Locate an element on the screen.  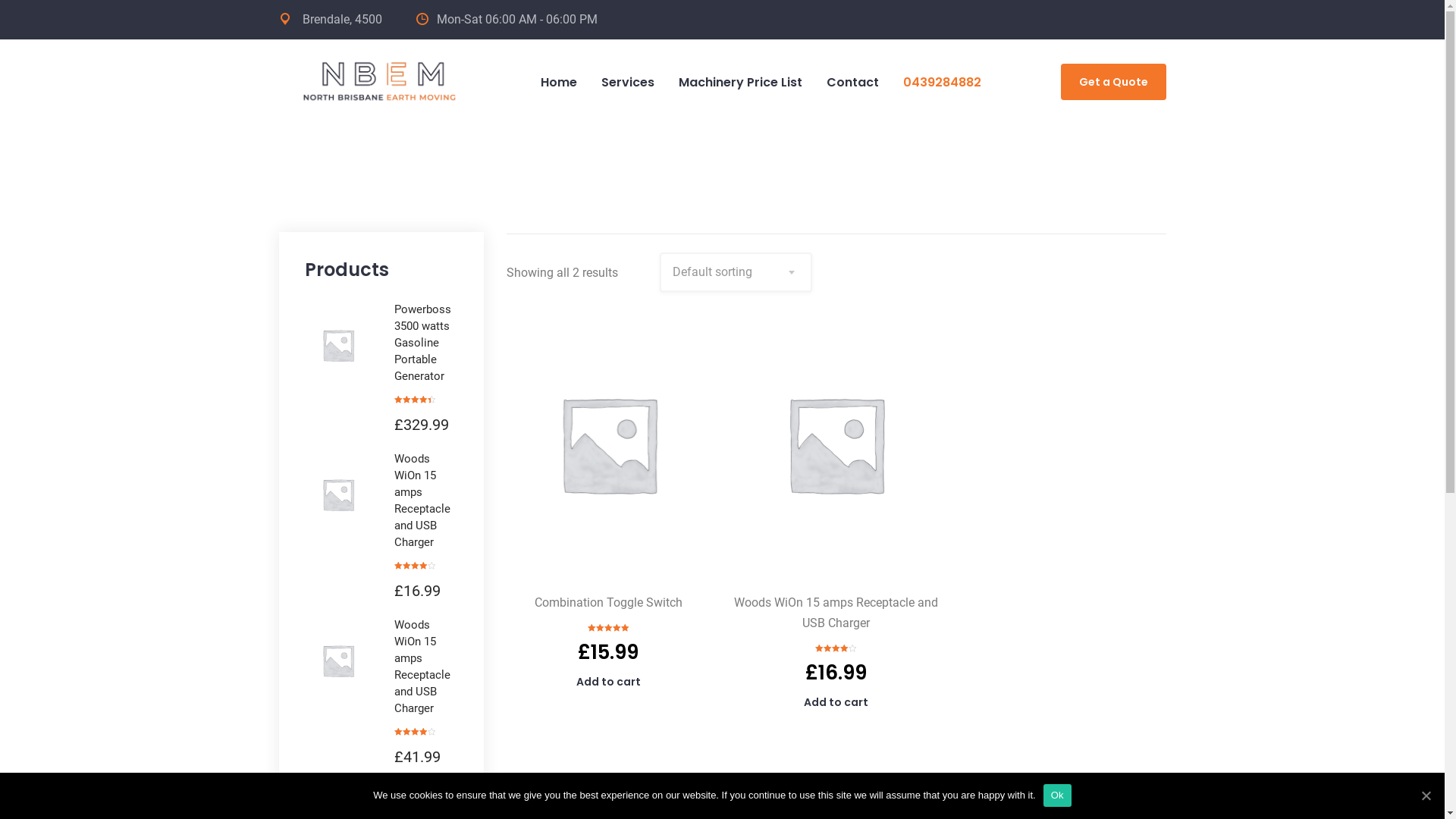
'Services' is located at coordinates (588, 82).